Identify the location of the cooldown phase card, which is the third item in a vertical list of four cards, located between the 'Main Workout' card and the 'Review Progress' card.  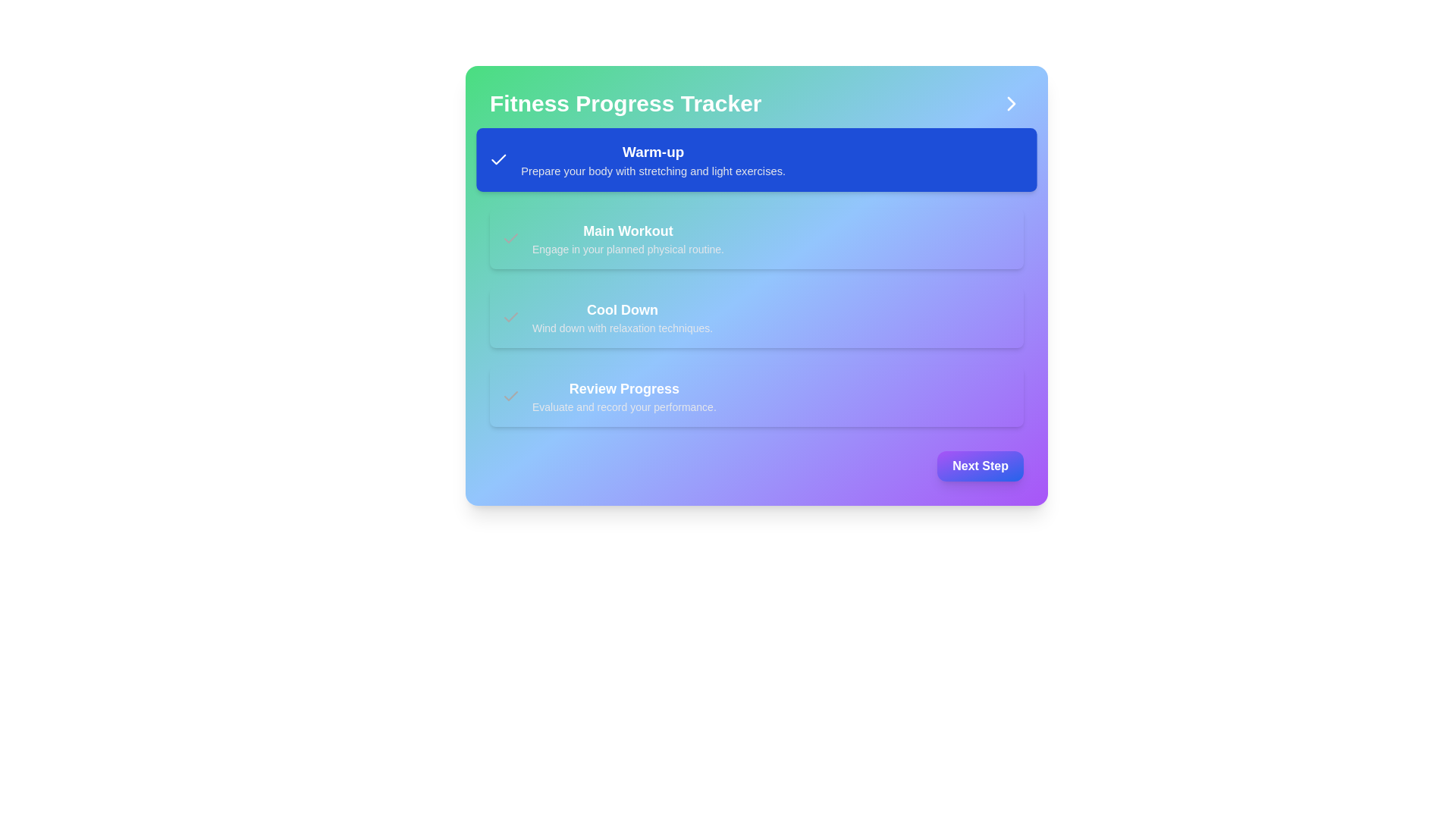
(757, 317).